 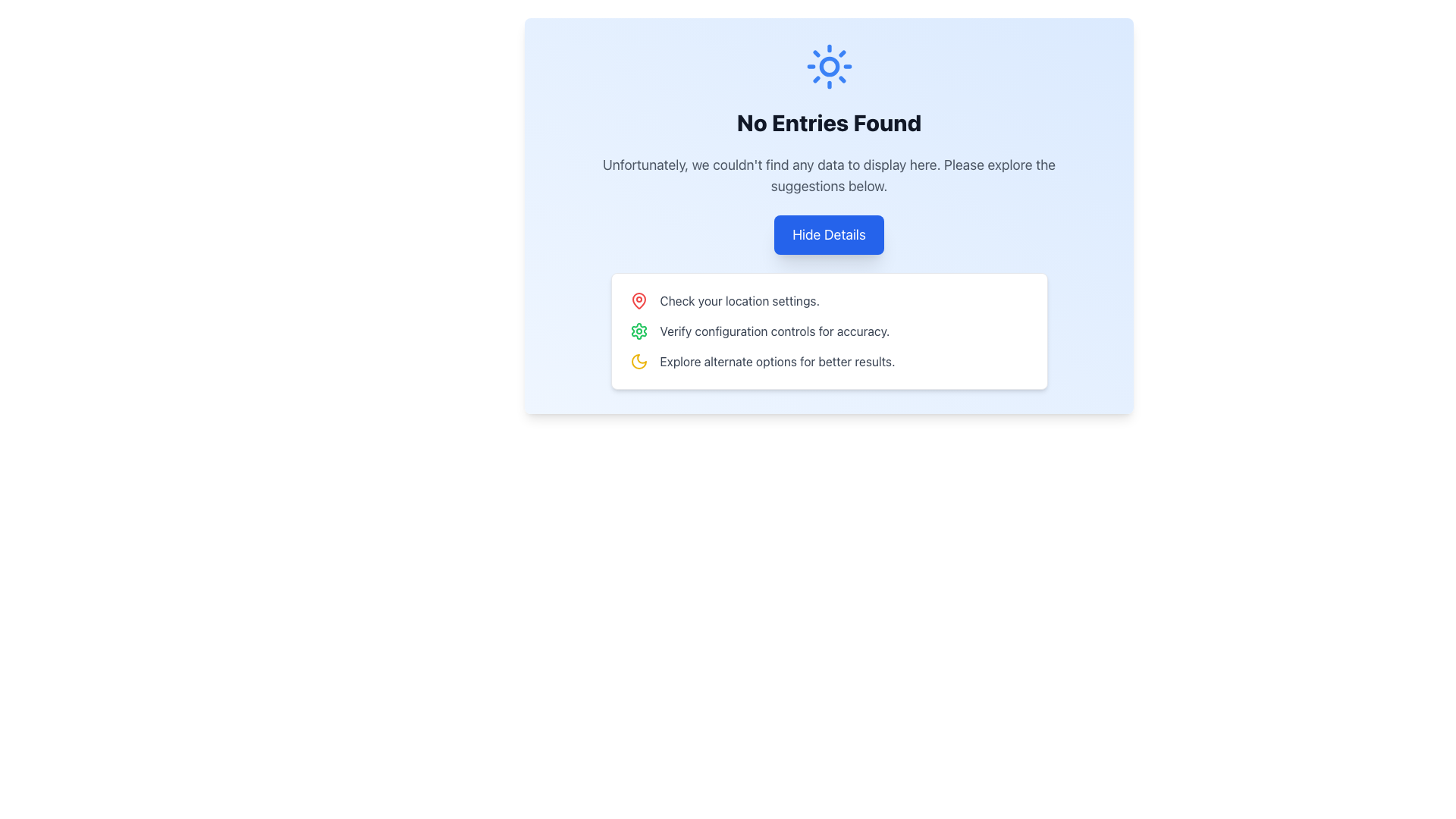 I want to click on text label that contains the phrase 'Verify configuration controls for accuracy.' which is located under a section of suggestions in the interface, so click(x=774, y=330).